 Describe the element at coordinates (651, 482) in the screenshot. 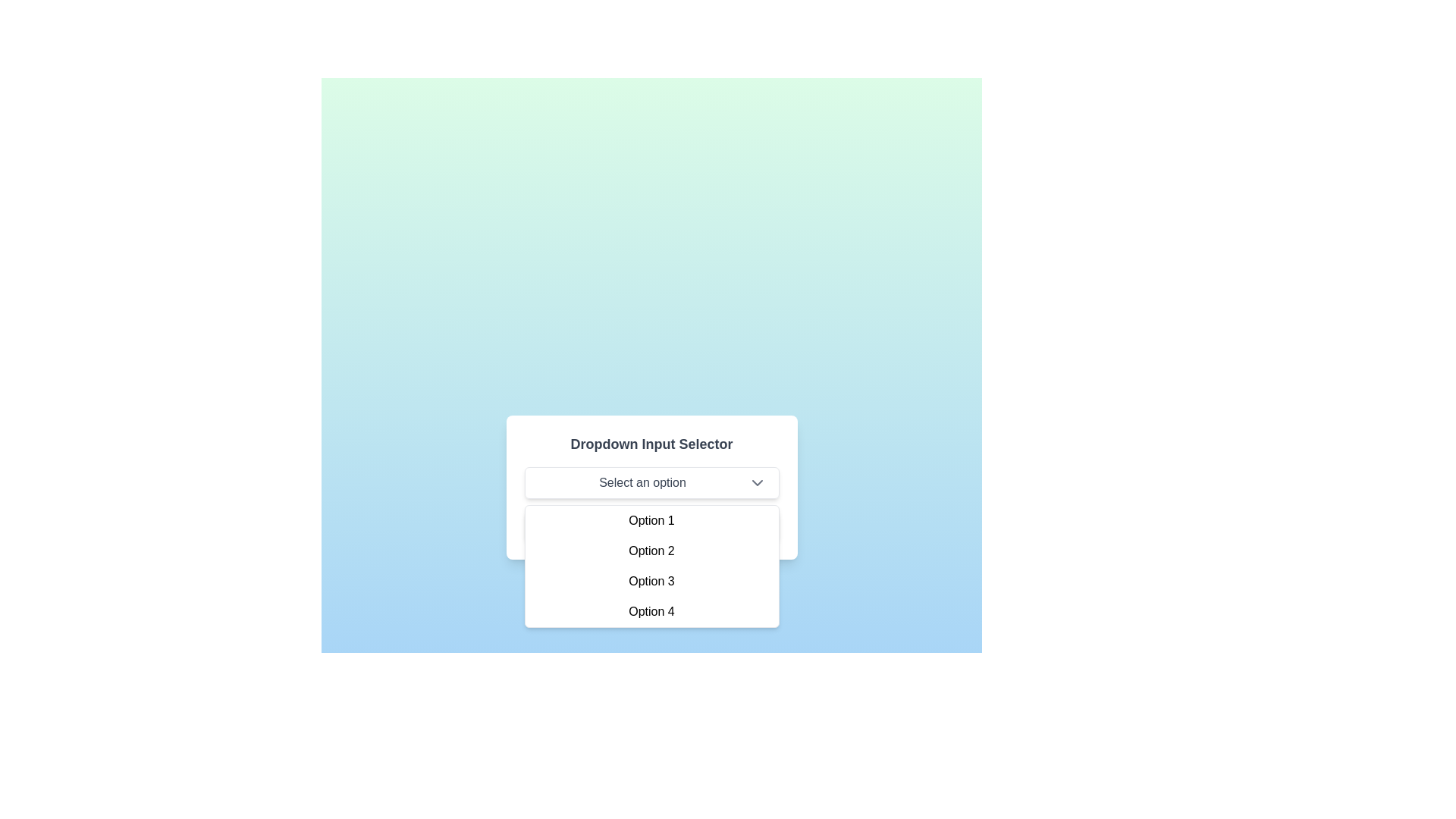

I see `the 'Select an option' dropdown menu, which is the first interactive component below the title 'Dropdown Input Selector'` at that location.